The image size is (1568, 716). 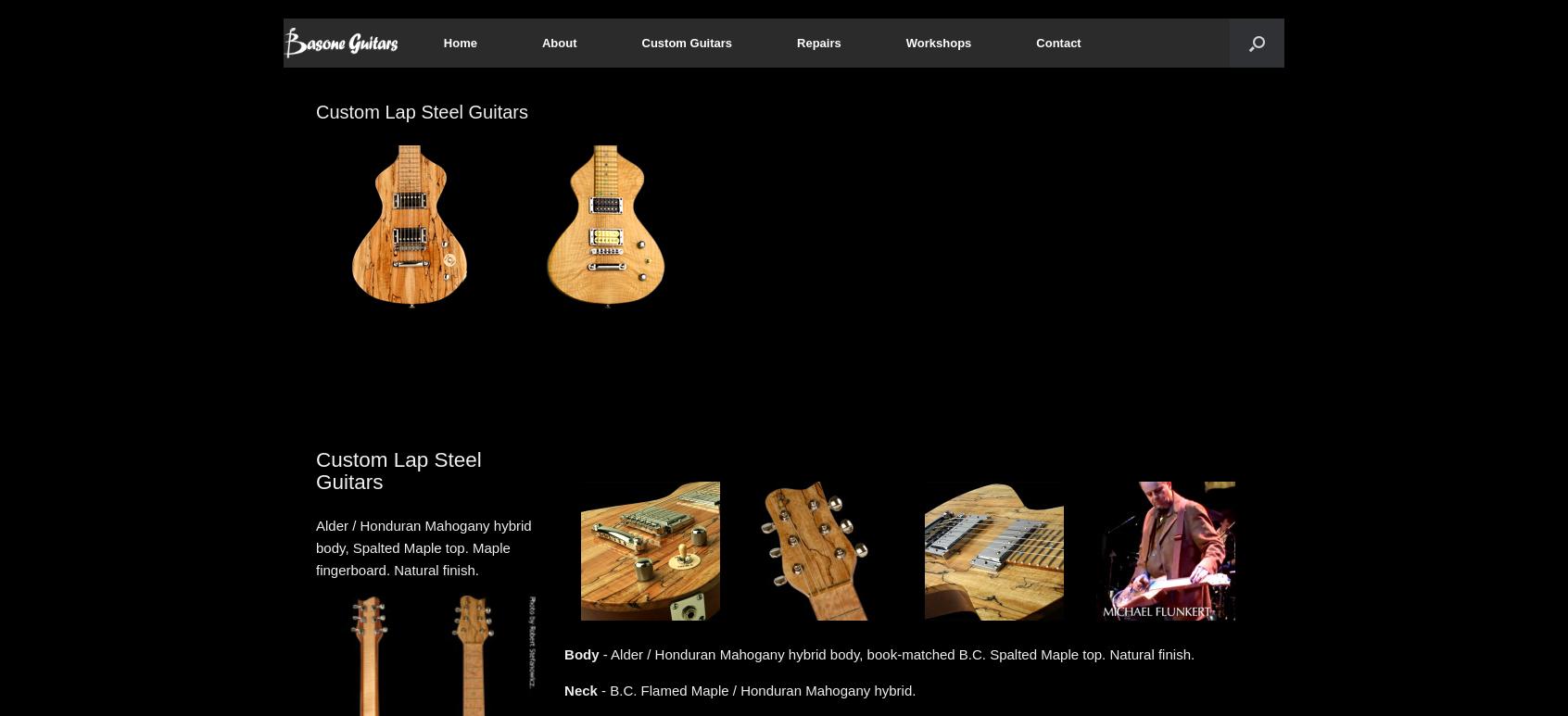 What do you see at coordinates (459, 42) in the screenshot?
I see `'Home'` at bounding box center [459, 42].